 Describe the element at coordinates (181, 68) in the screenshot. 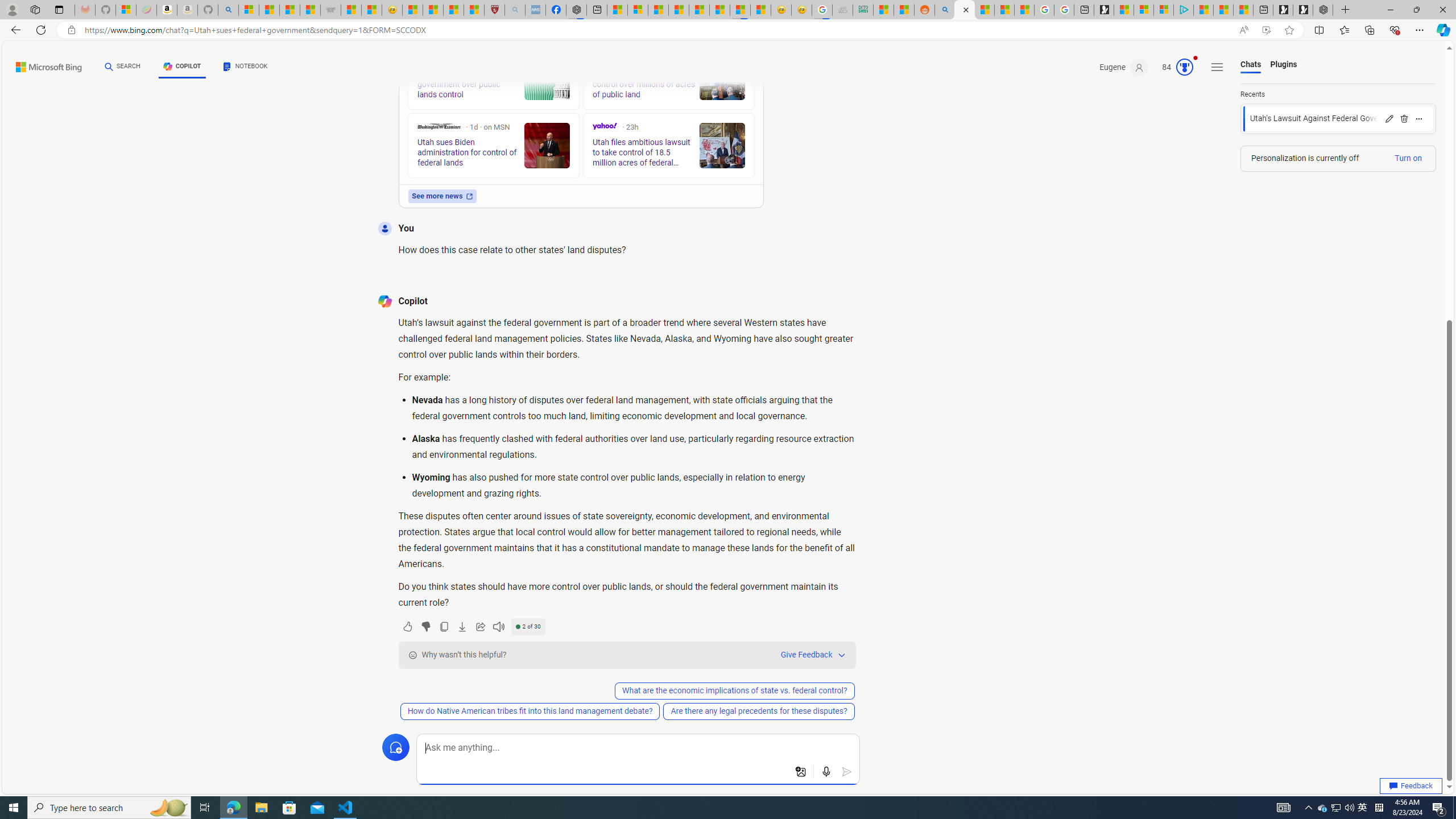

I see `'COPILOT'` at that location.